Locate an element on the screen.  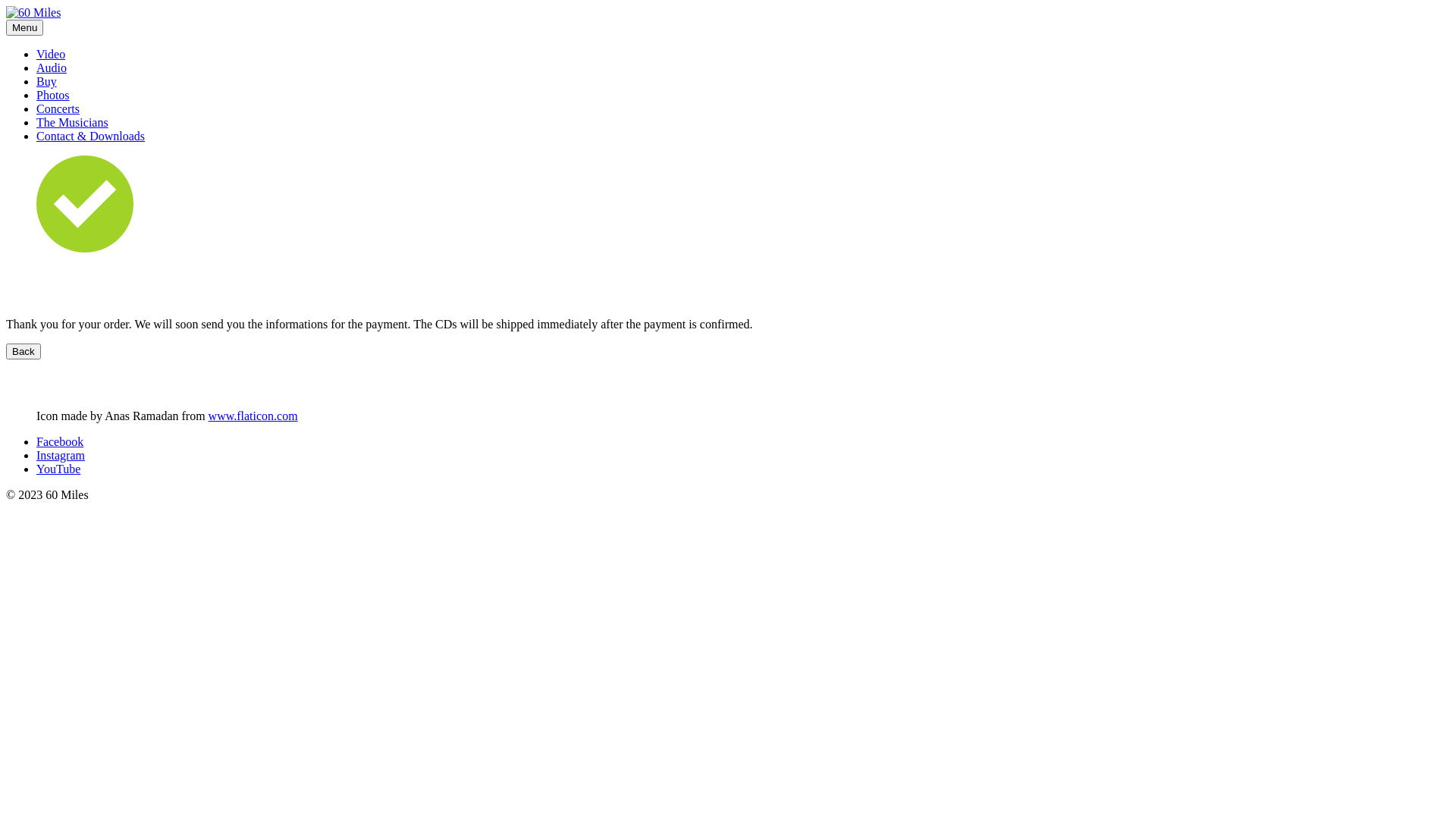
'YouTube' is located at coordinates (58, 468).